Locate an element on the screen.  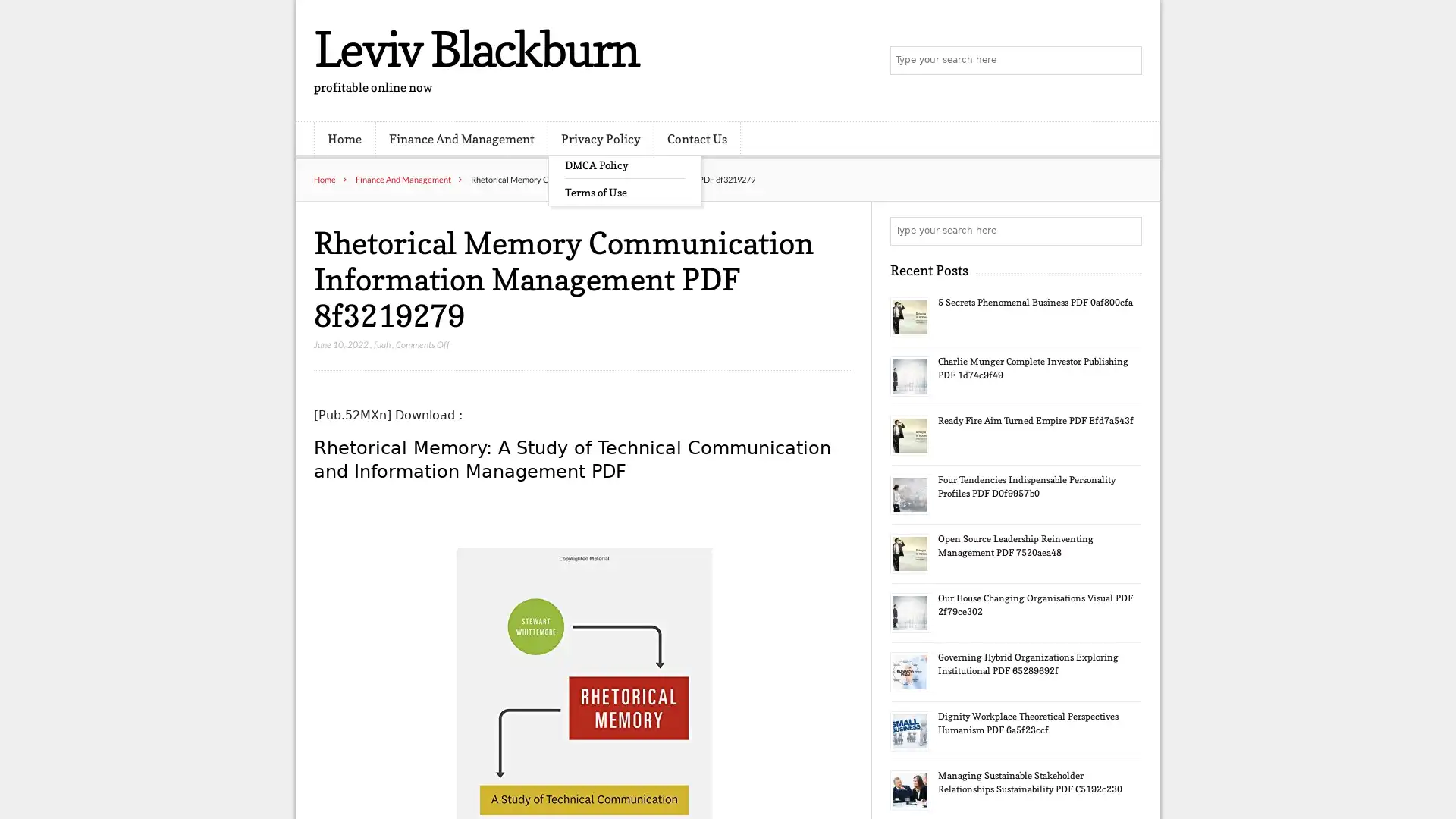
Search is located at coordinates (1126, 231).